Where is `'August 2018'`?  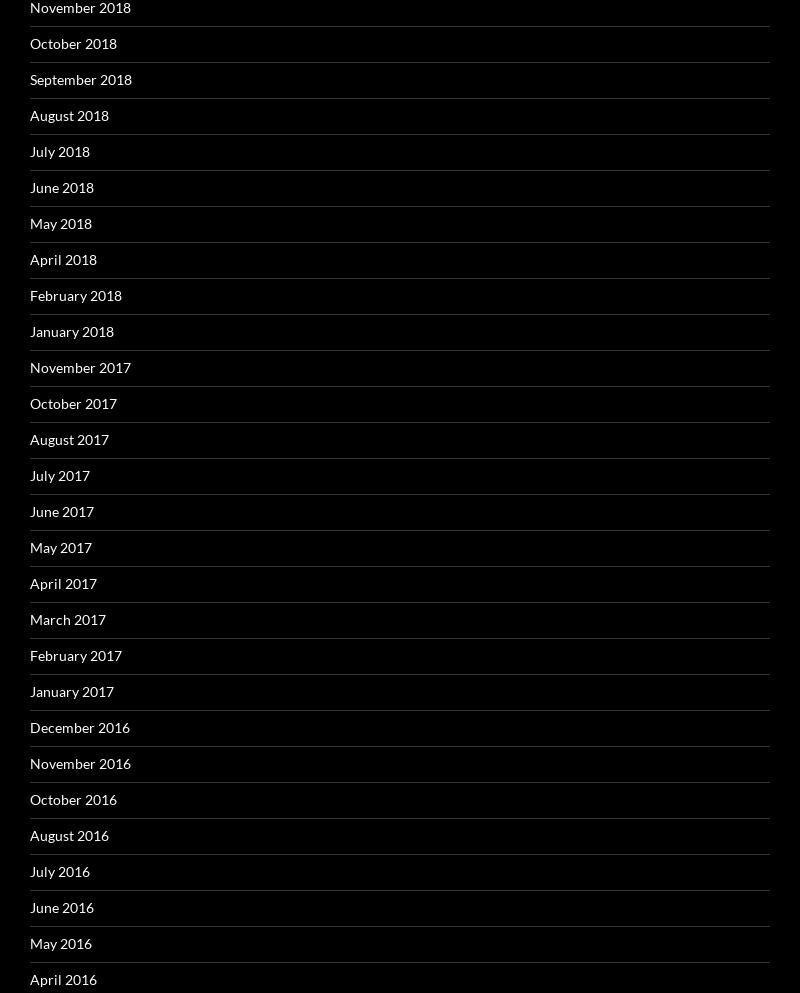 'August 2018' is located at coordinates (30, 113).